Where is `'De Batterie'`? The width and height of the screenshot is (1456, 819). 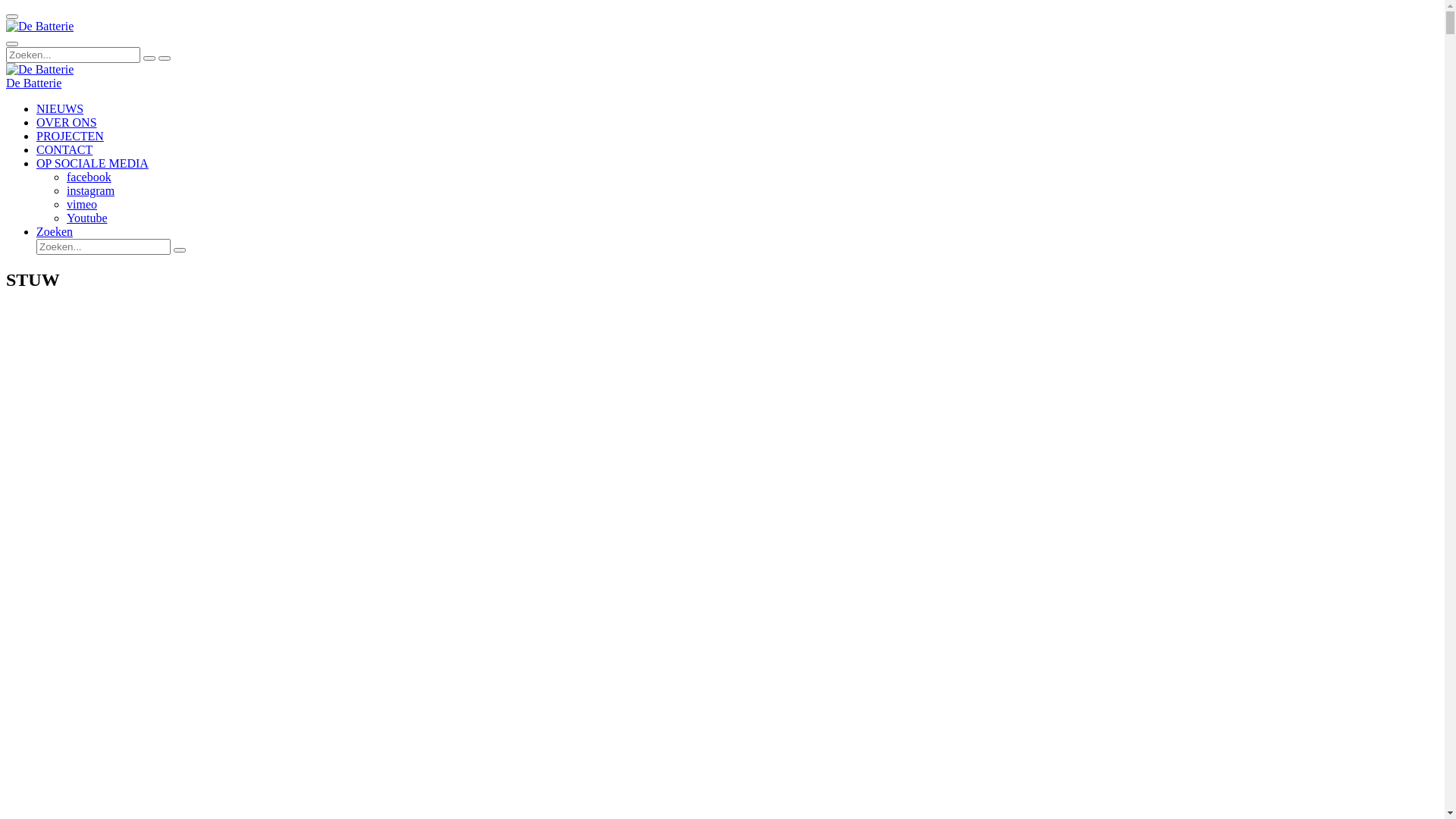
'De Batterie' is located at coordinates (39, 70).